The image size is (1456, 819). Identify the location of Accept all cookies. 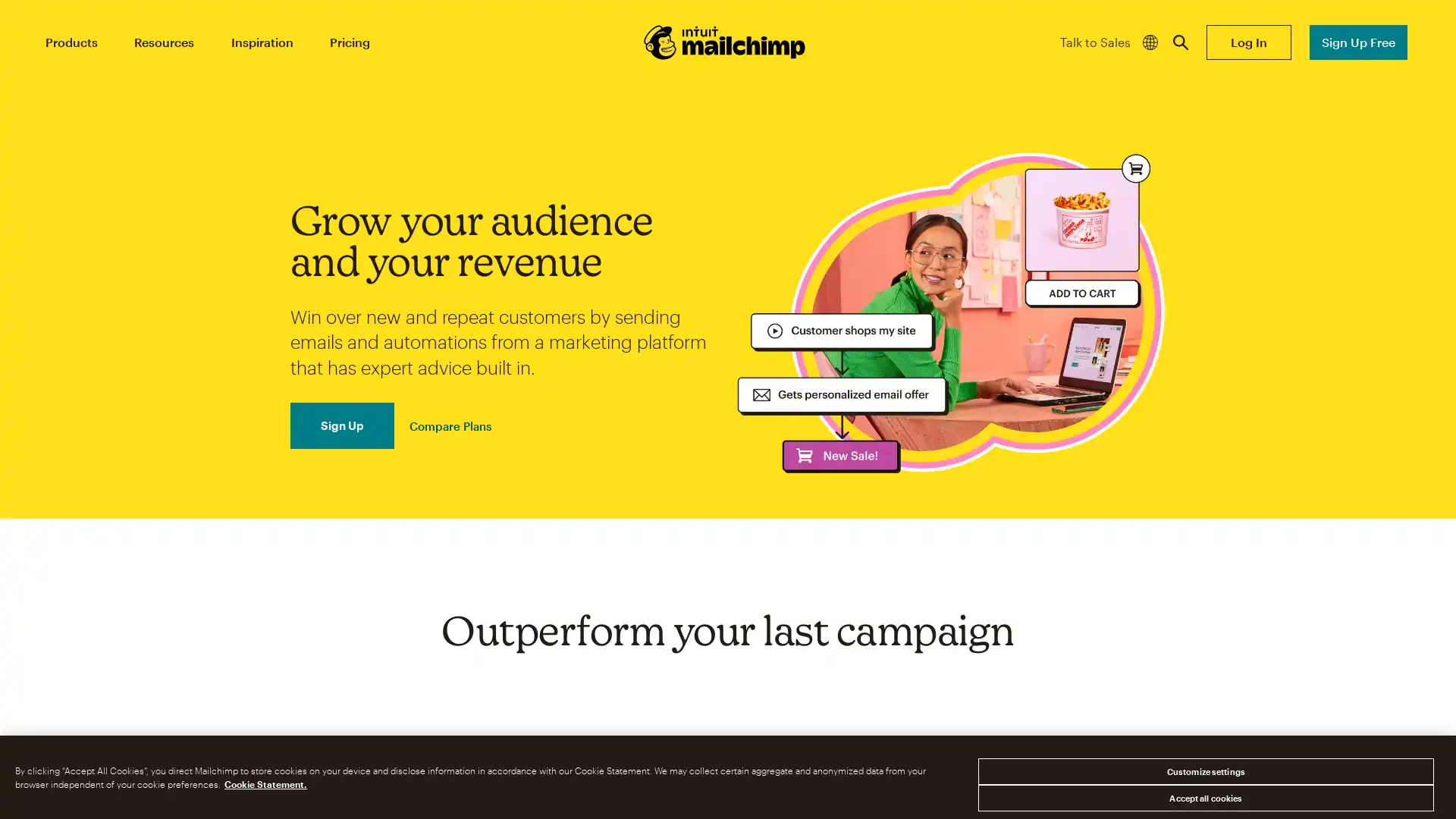
(1204, 797).